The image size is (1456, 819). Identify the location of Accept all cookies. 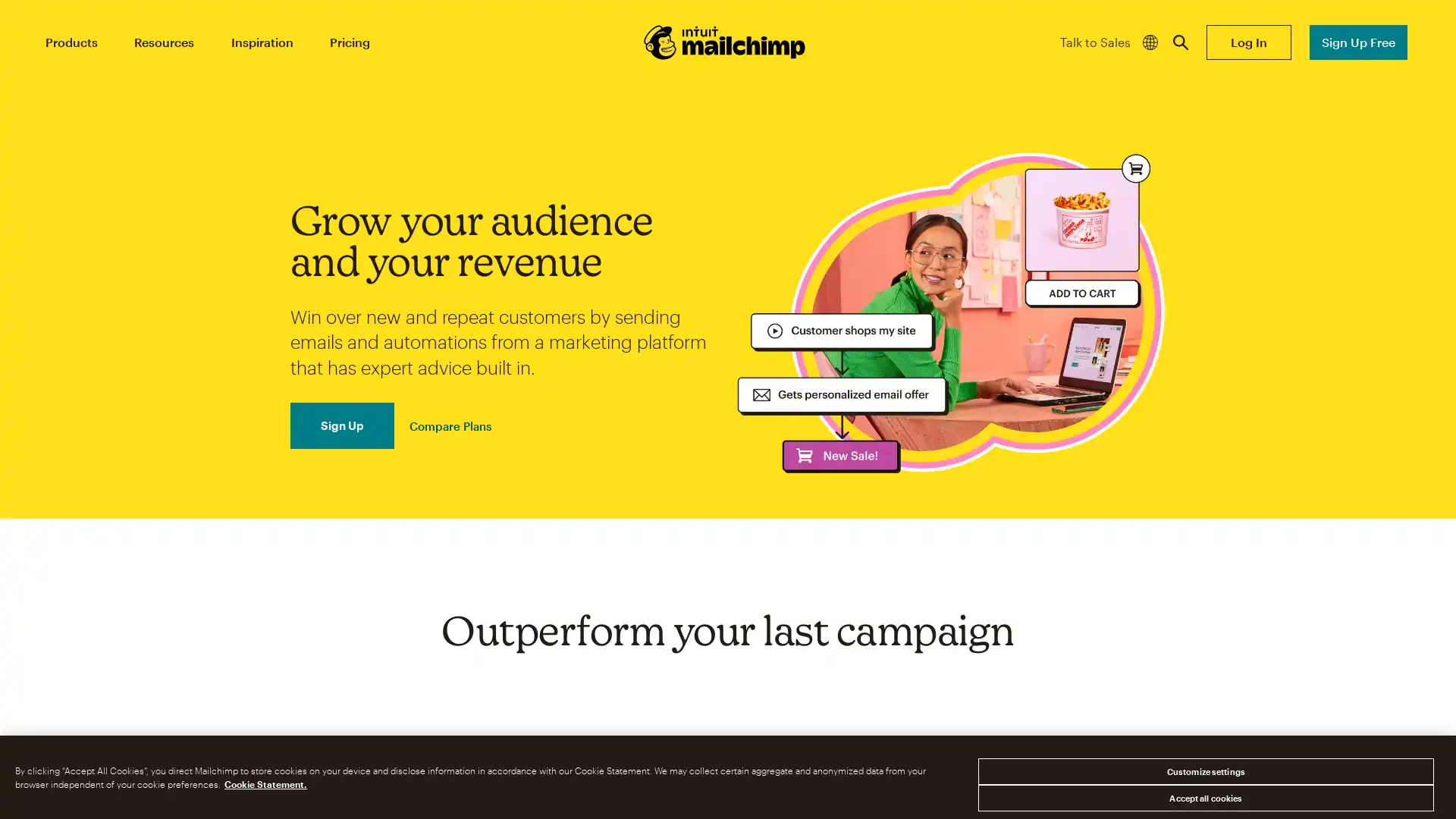
(1204, 797).